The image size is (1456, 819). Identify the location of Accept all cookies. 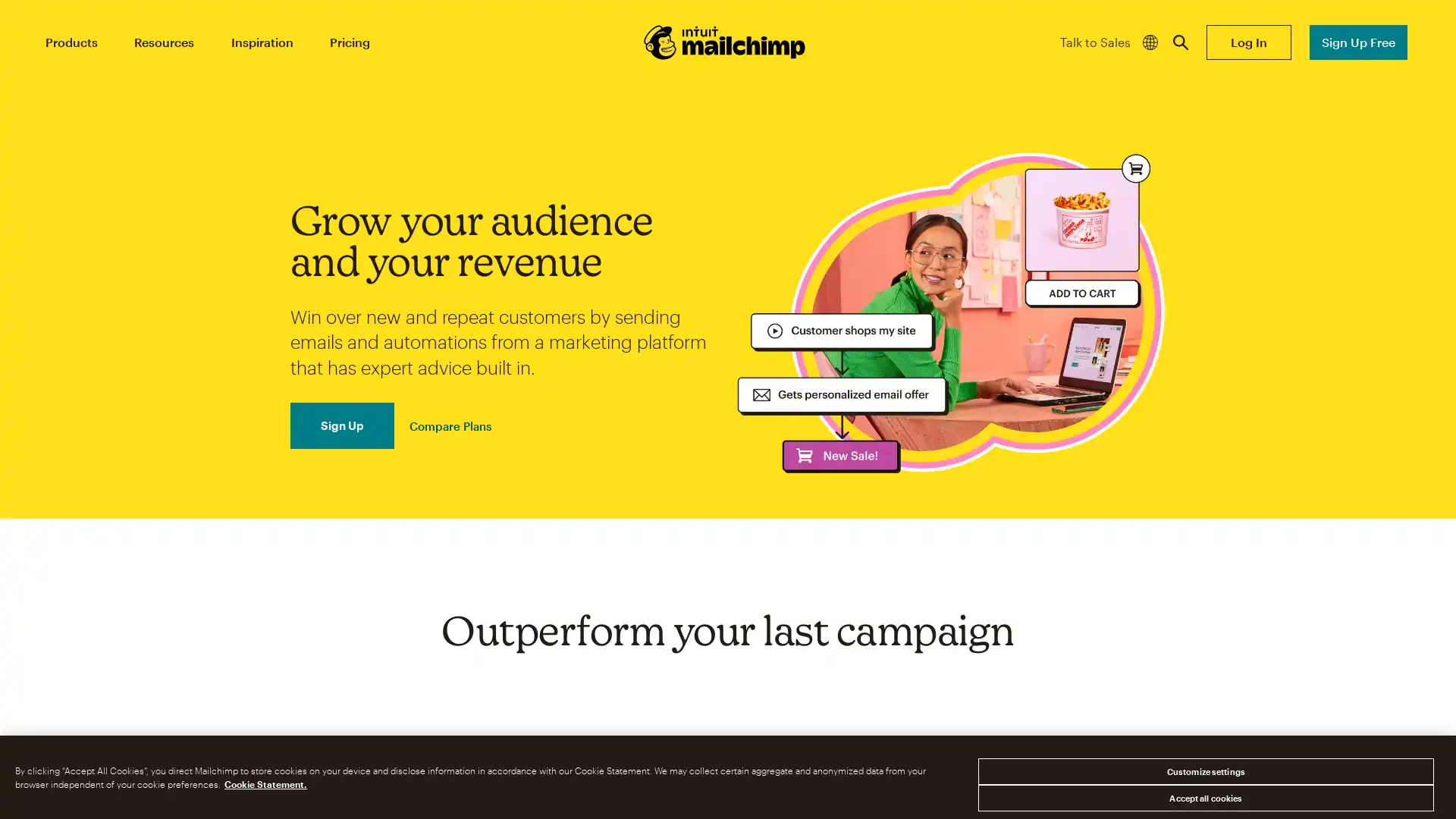
(1204, 797).